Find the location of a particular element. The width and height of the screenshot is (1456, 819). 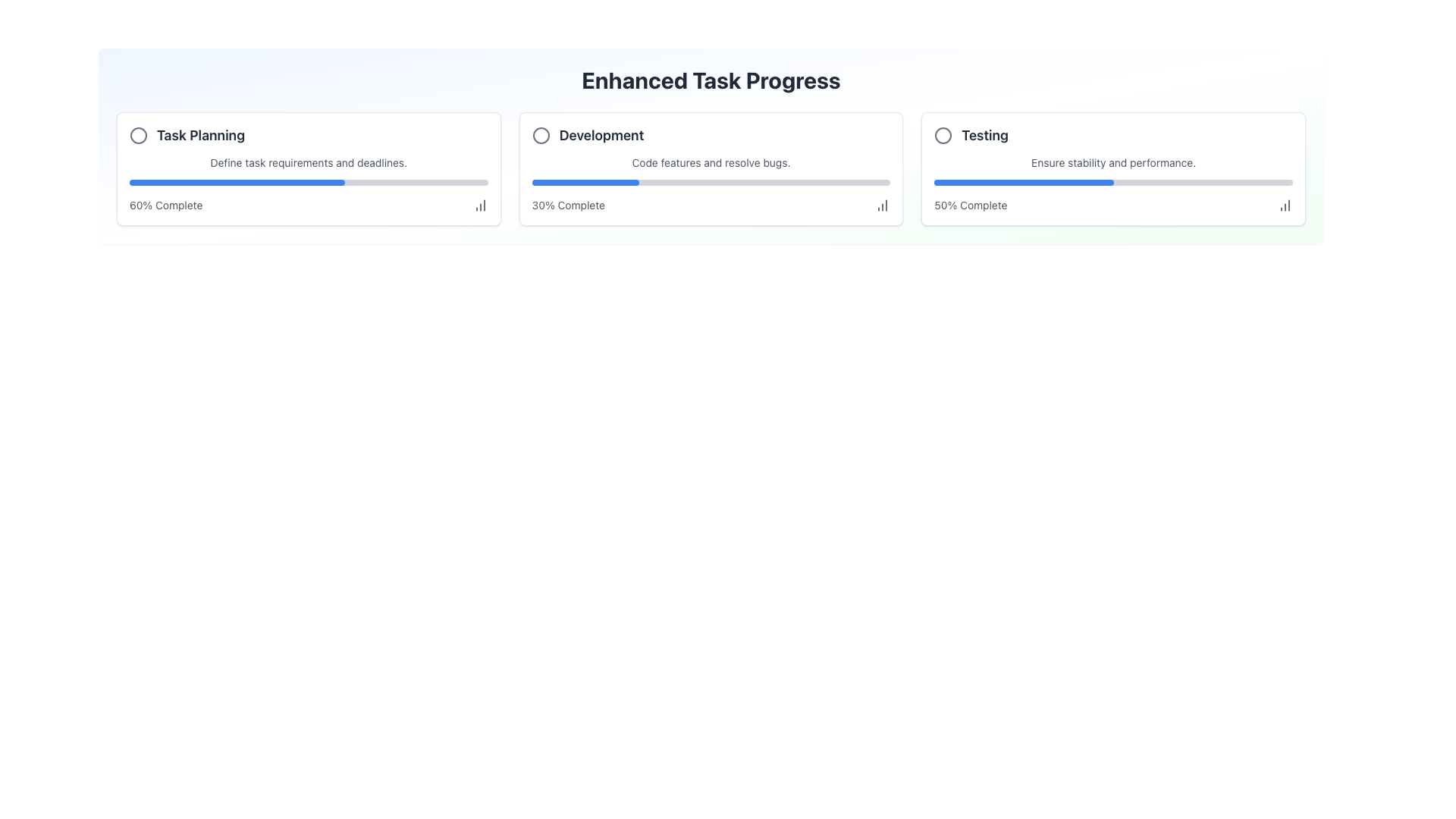

the progress bar segment that represents 60% completion within the 'Task Planning' card is located at coordinates (236, 181).